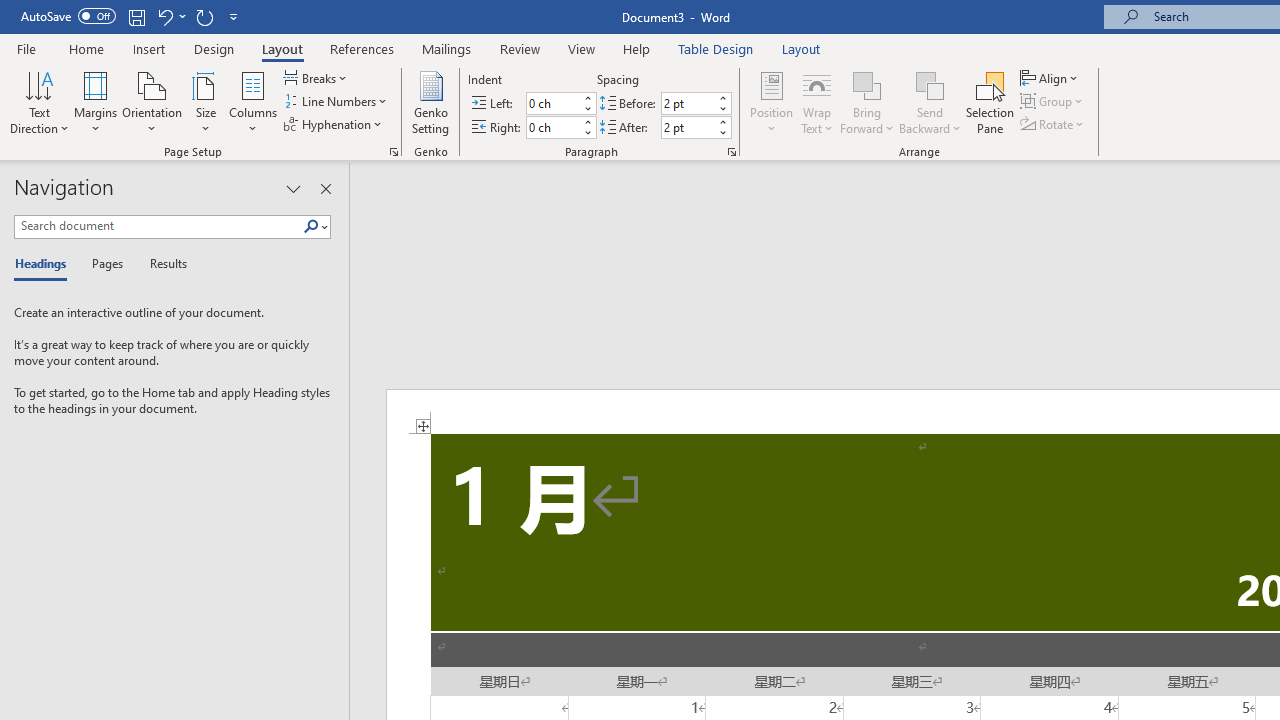  What do you see at coordinates (252, 103) in the screenshot?
I see `'Columns'` at bounding box center [252, 103].